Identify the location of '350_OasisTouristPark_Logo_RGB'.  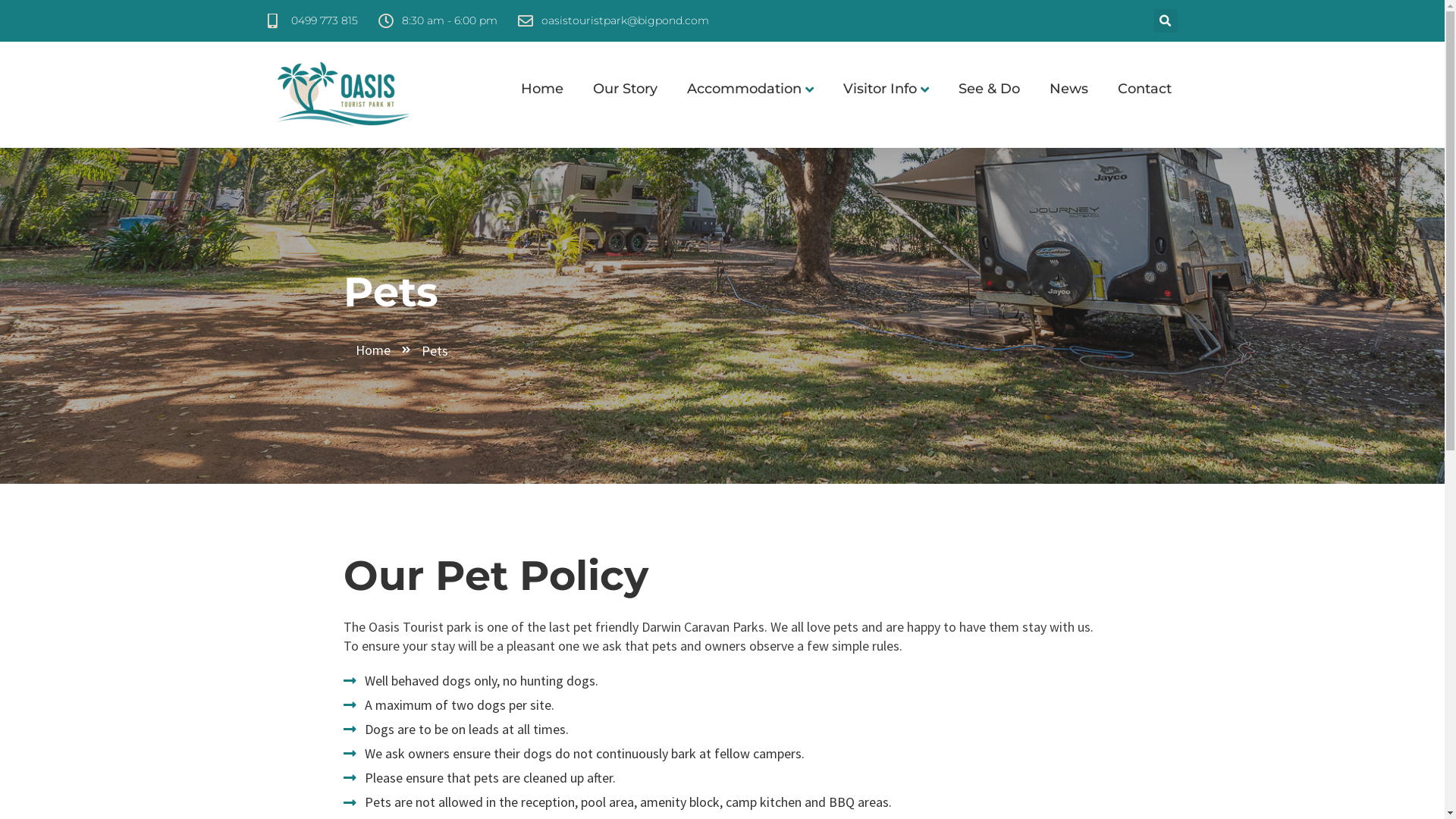
(341, 94).